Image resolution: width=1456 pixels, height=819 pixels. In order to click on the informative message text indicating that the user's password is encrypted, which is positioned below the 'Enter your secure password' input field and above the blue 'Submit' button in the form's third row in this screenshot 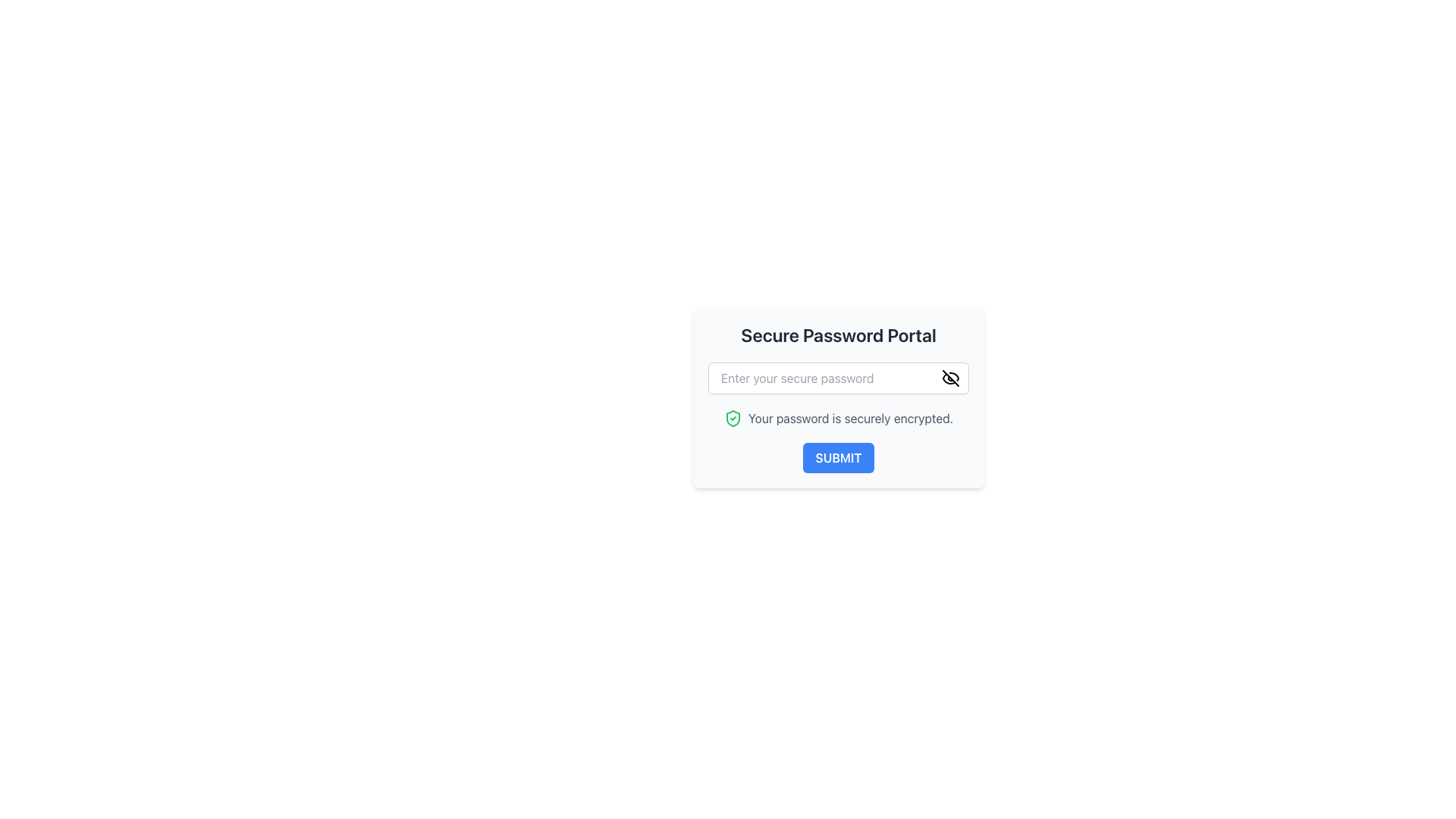, I will do `click(837, 418)`.